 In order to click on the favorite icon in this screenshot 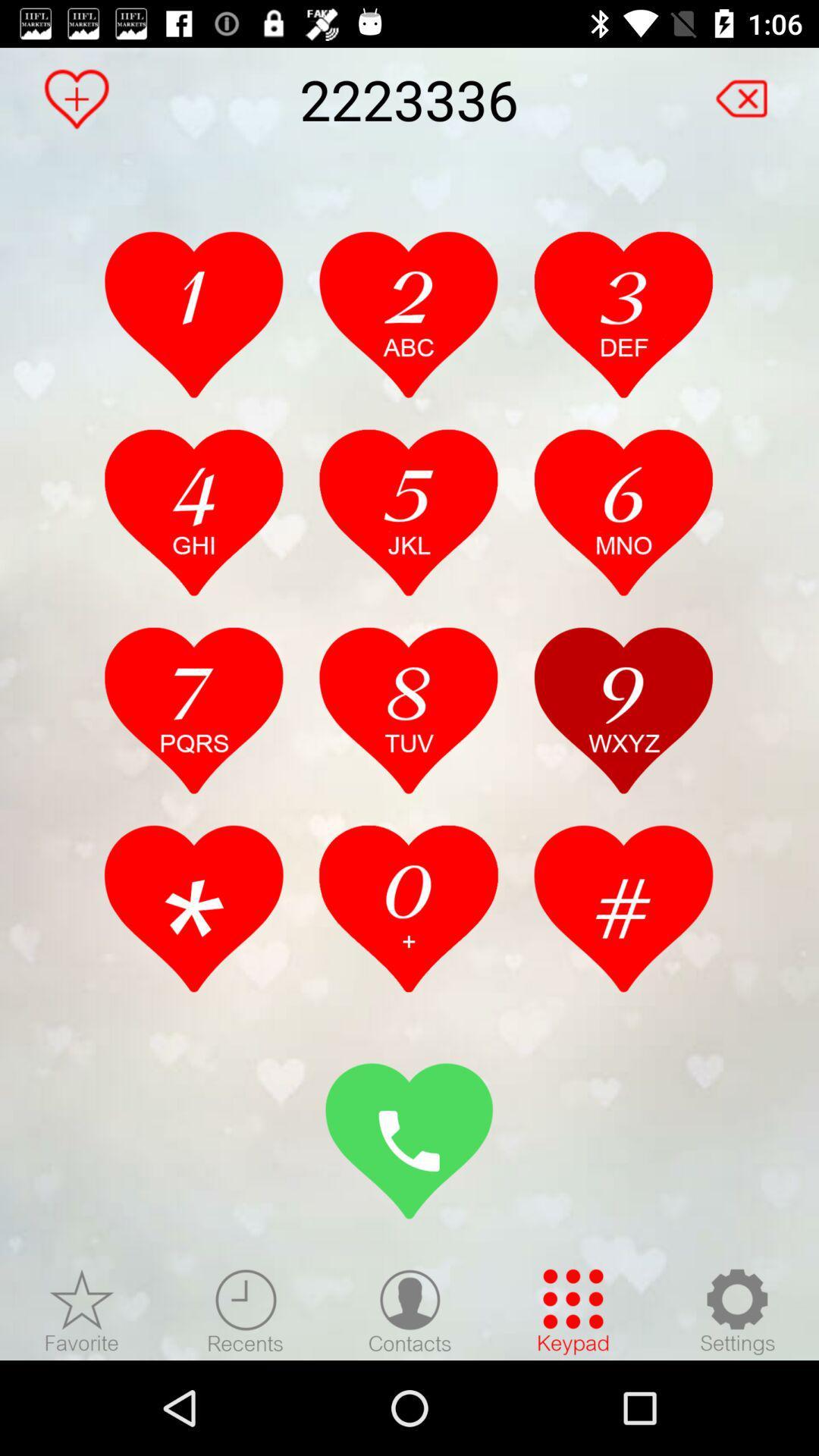, I will do `click(77, 98)`.